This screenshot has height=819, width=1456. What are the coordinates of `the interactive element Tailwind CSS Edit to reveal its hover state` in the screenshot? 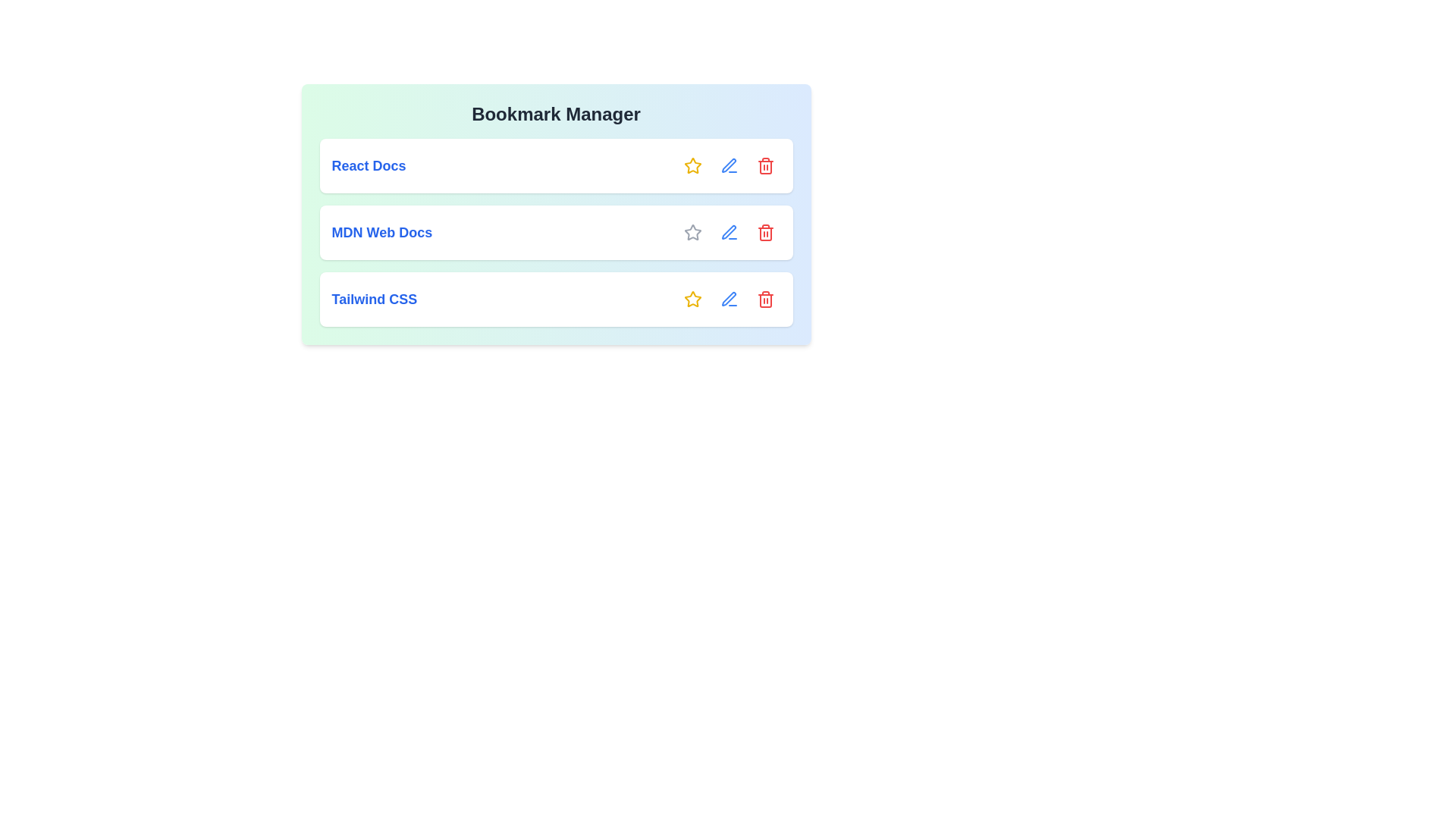 It's located at (729, 299).